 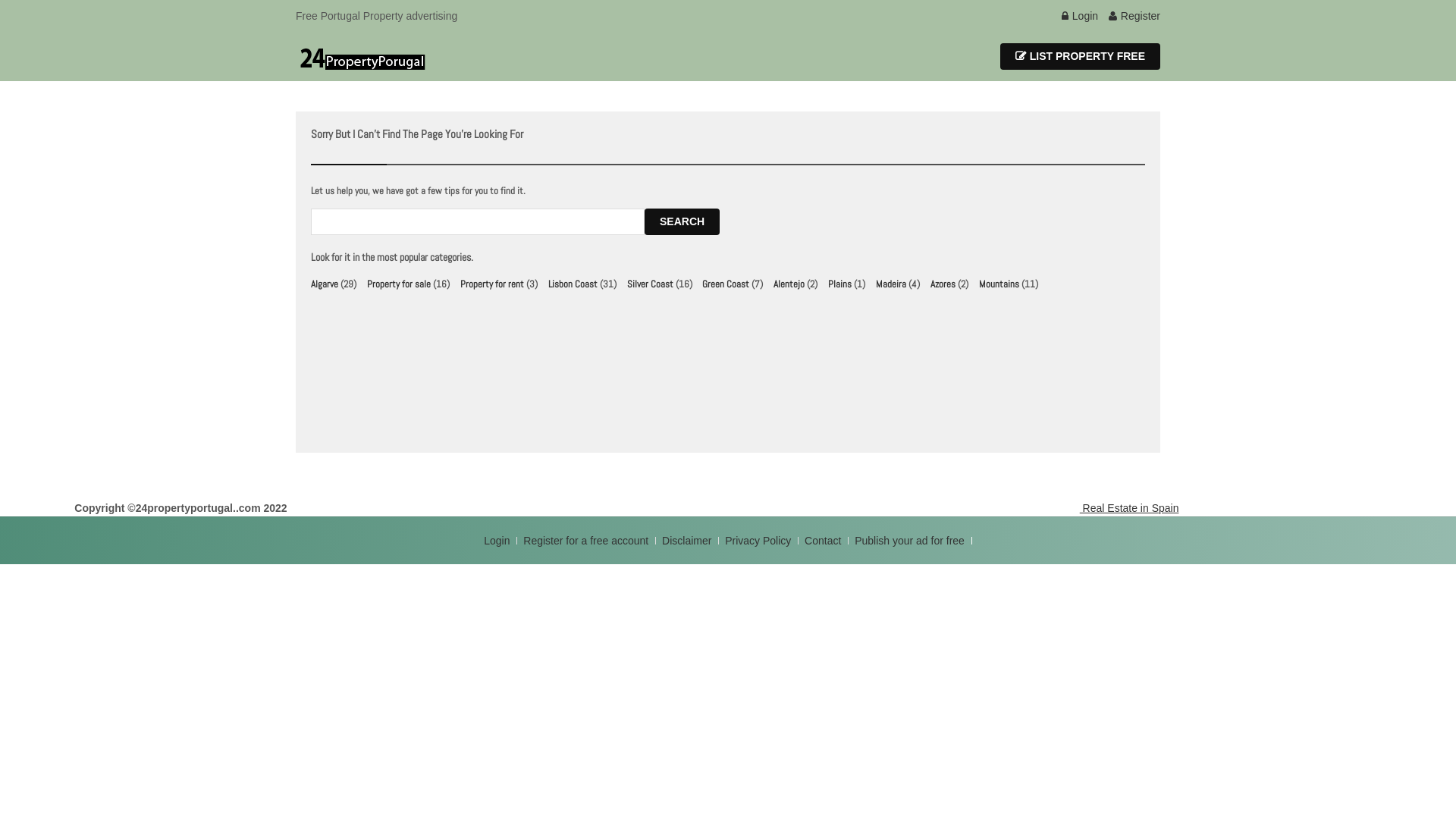 What do you see at coordinates (650, 284) in the screenshot?
I see `'Silver Coast'` at bounding box center [650, 284].